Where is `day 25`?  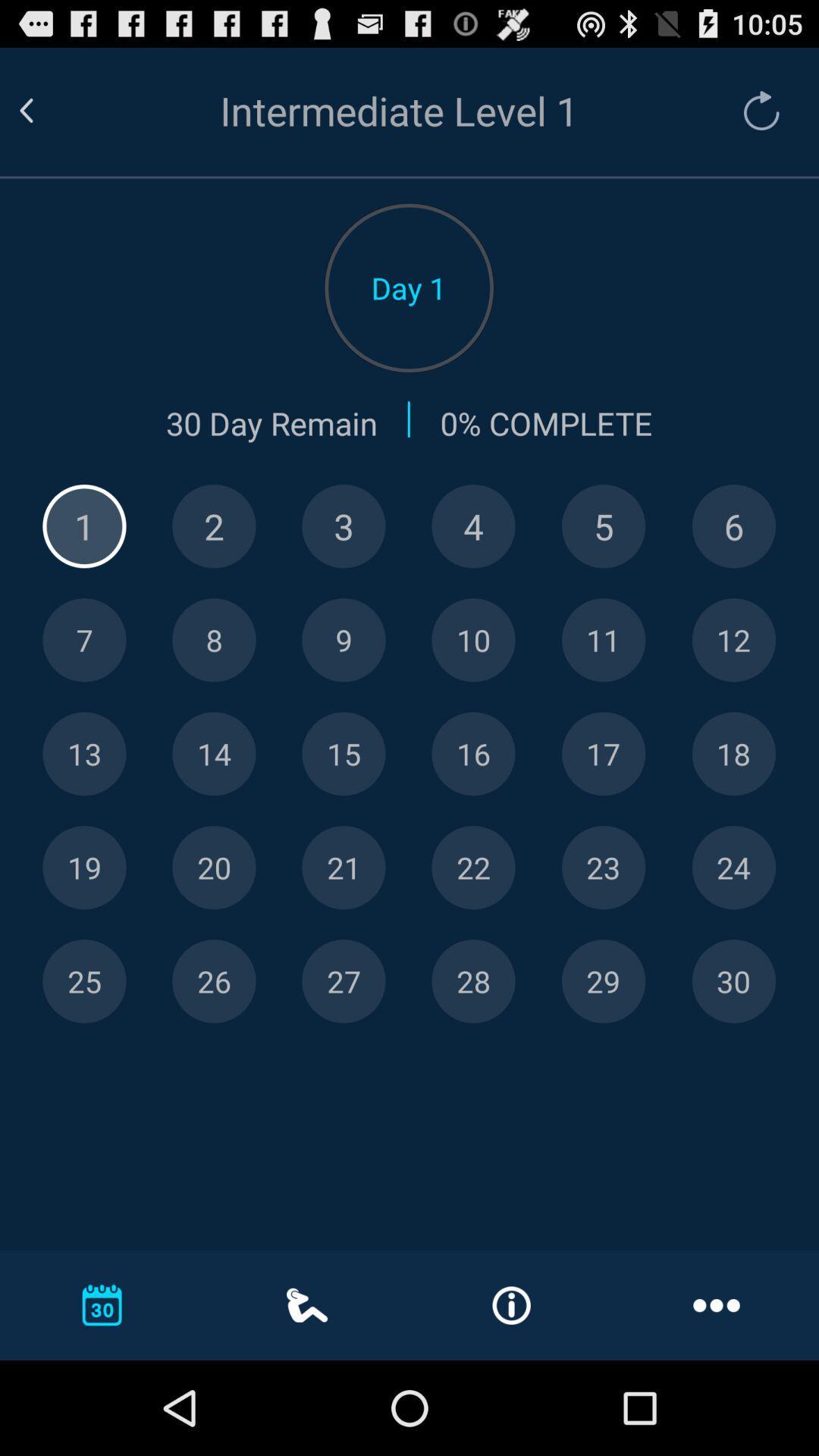 day 25 is located at coordinates (84, 981).